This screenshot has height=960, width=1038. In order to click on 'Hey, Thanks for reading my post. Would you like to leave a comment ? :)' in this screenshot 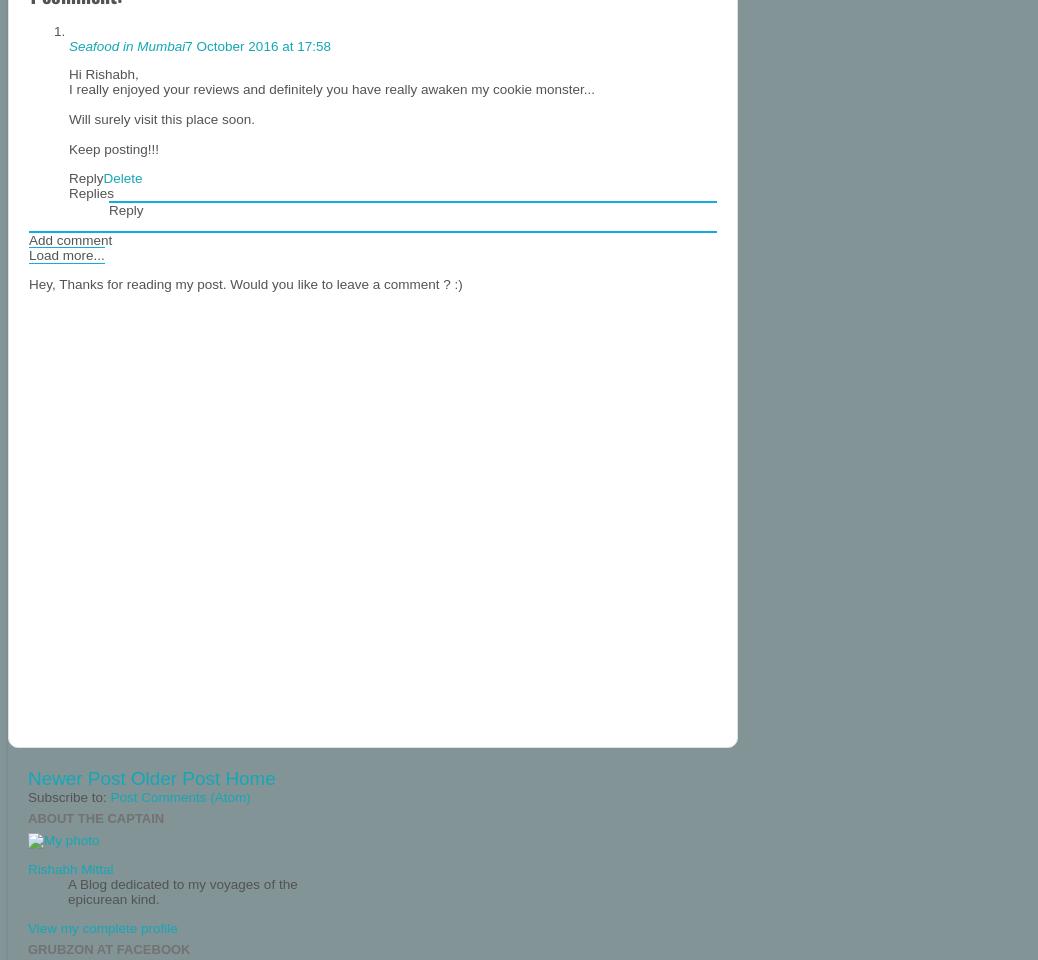, I will do `click(27, 282)`.